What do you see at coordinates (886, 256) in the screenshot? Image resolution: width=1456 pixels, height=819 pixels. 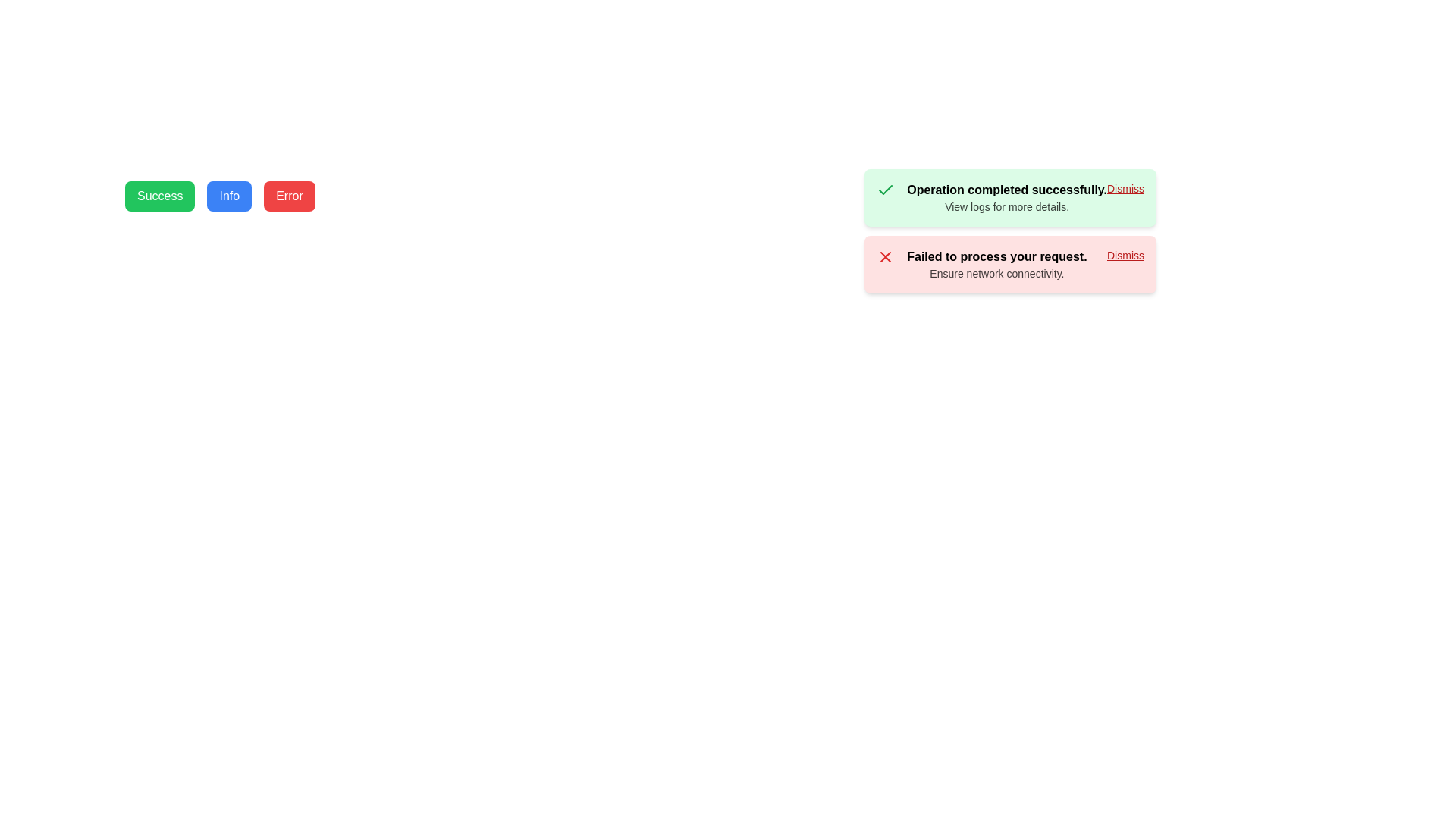 I see `the error icon located directly to the left of the text 'Failed to process your request' in the upper section of the error message box` at bounding box center [886, 256].